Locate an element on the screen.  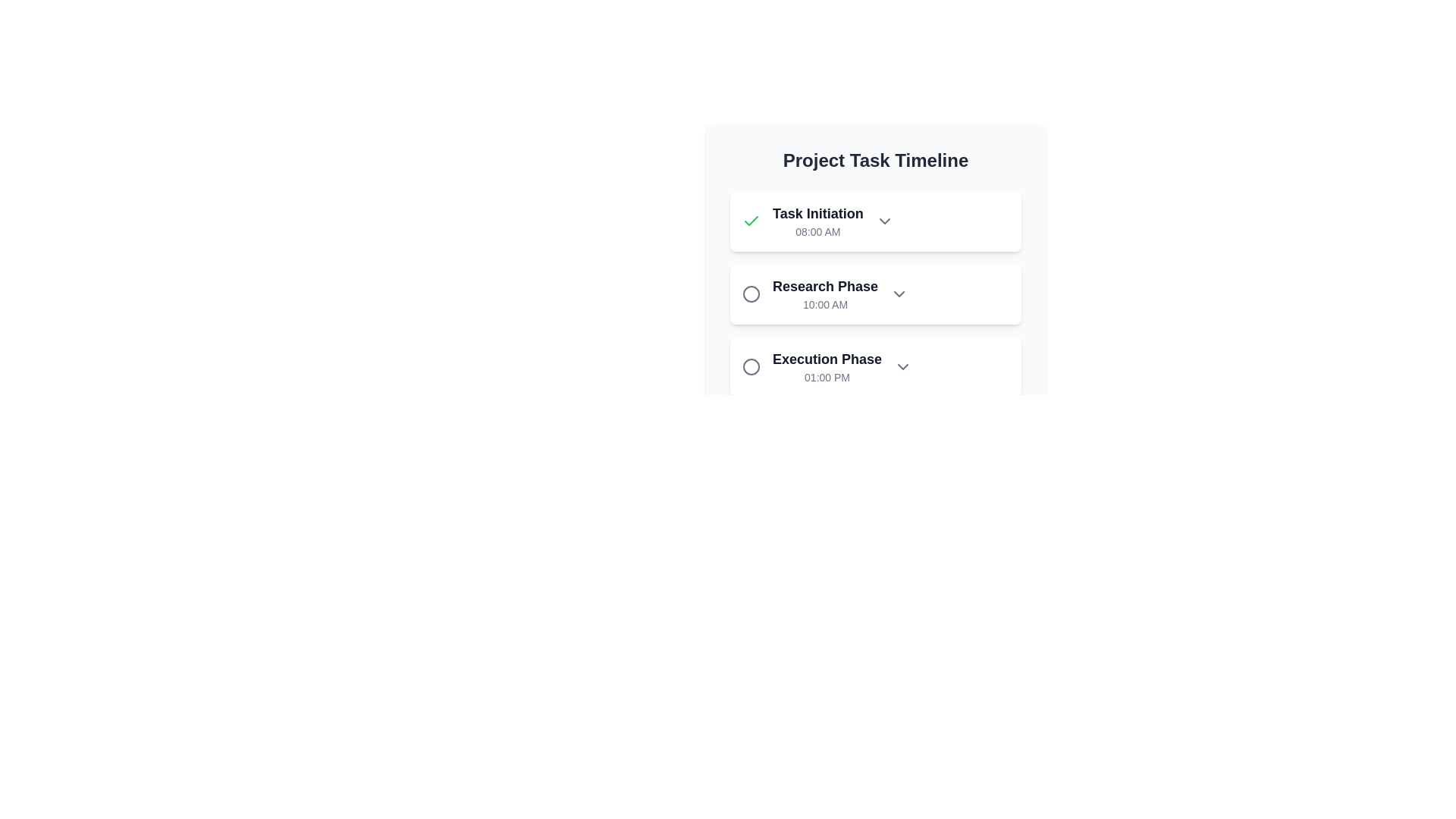
the small text label displaying the time '01:00 PM' located under the 'Execution Phase' title in the task card is located at coordinates (826, 376).